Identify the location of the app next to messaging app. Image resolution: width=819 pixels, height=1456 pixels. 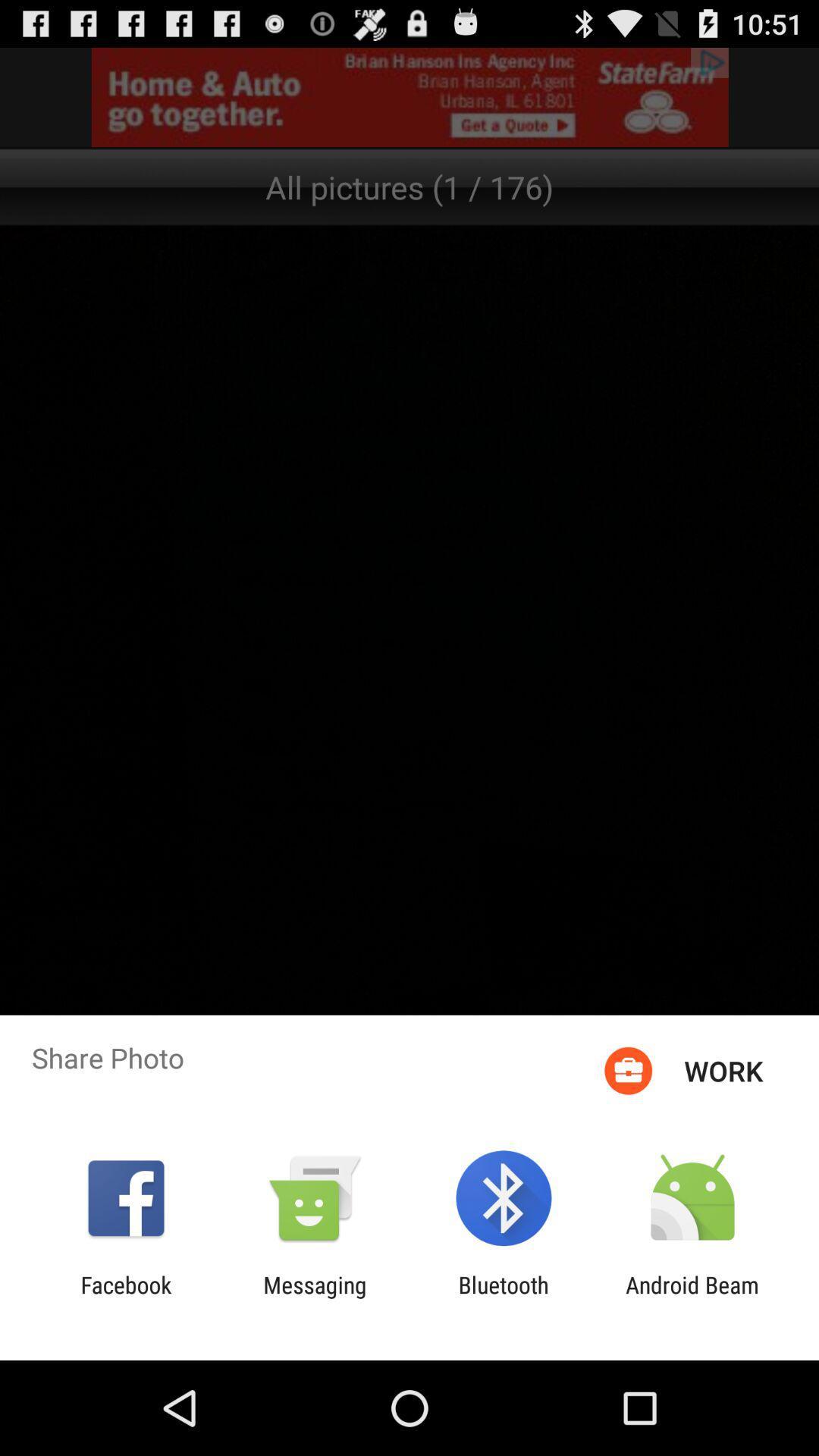
(504, 1298).